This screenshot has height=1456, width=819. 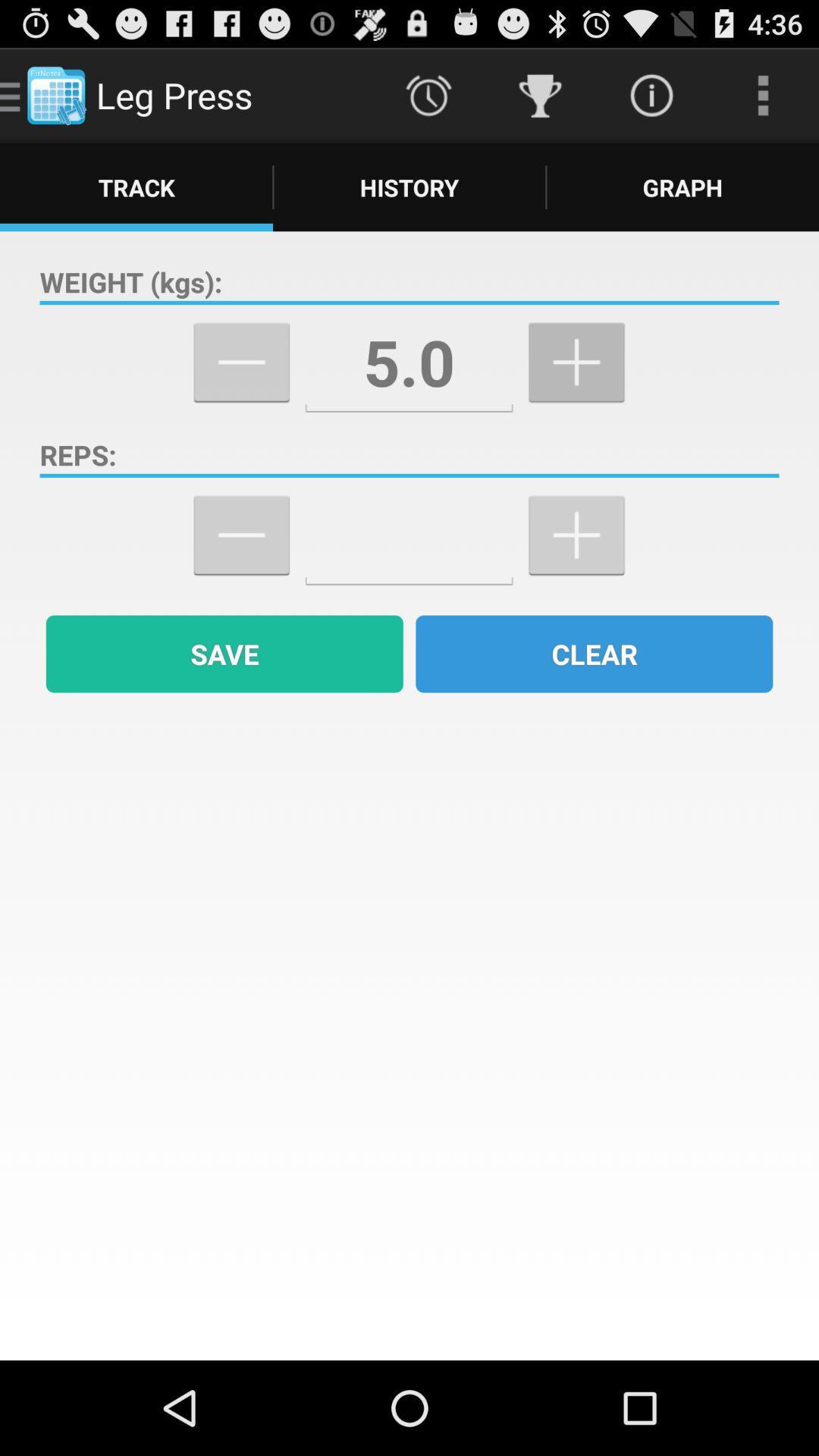 What do you see at coordinates (408, 535) in the screenshot?
I see `insert number of reps` at bounding box center [408, 535].